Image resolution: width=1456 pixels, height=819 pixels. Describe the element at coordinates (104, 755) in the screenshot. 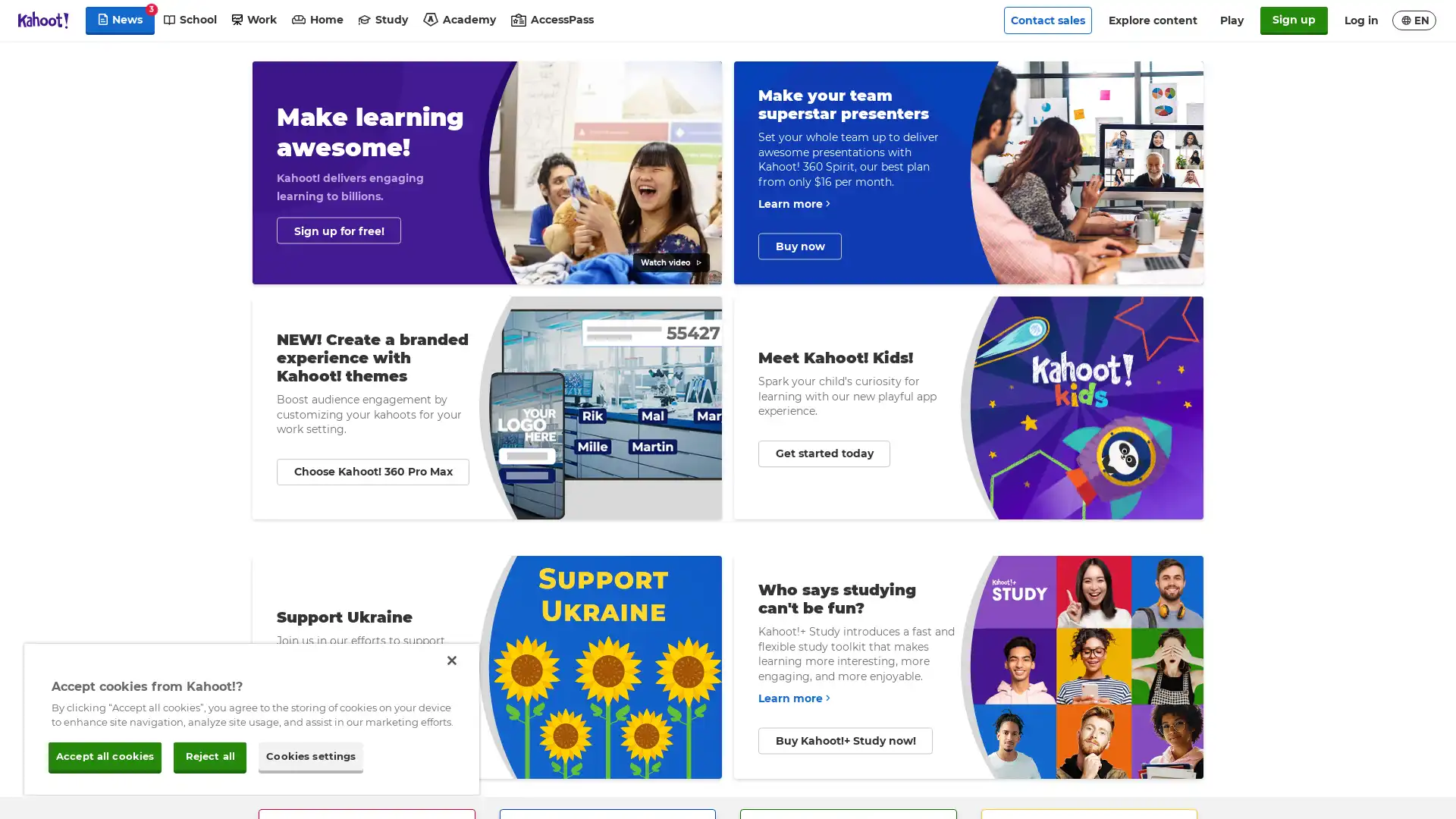

I see `Accept all cookies` at that location.